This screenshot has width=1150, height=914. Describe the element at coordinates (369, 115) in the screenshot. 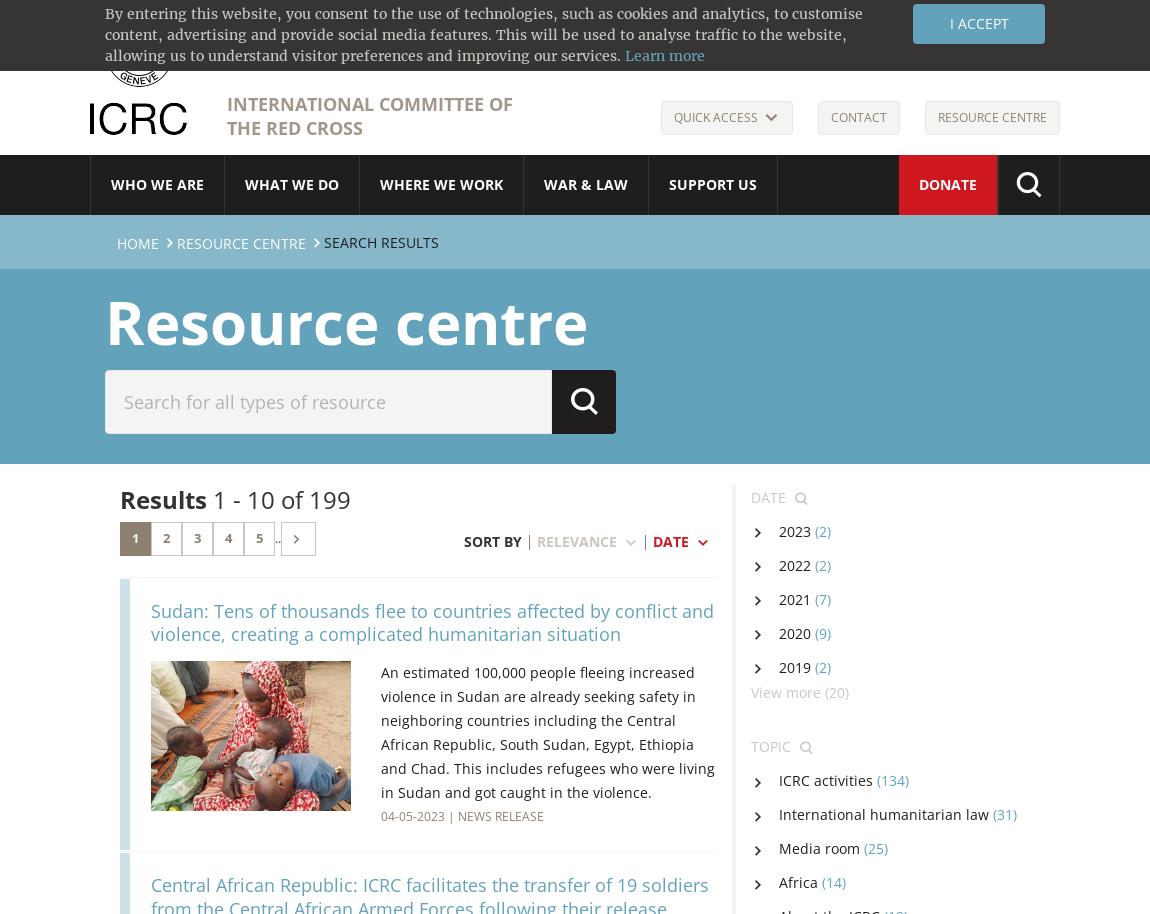

I see `'International Committee of the Red Cross'` at that location.